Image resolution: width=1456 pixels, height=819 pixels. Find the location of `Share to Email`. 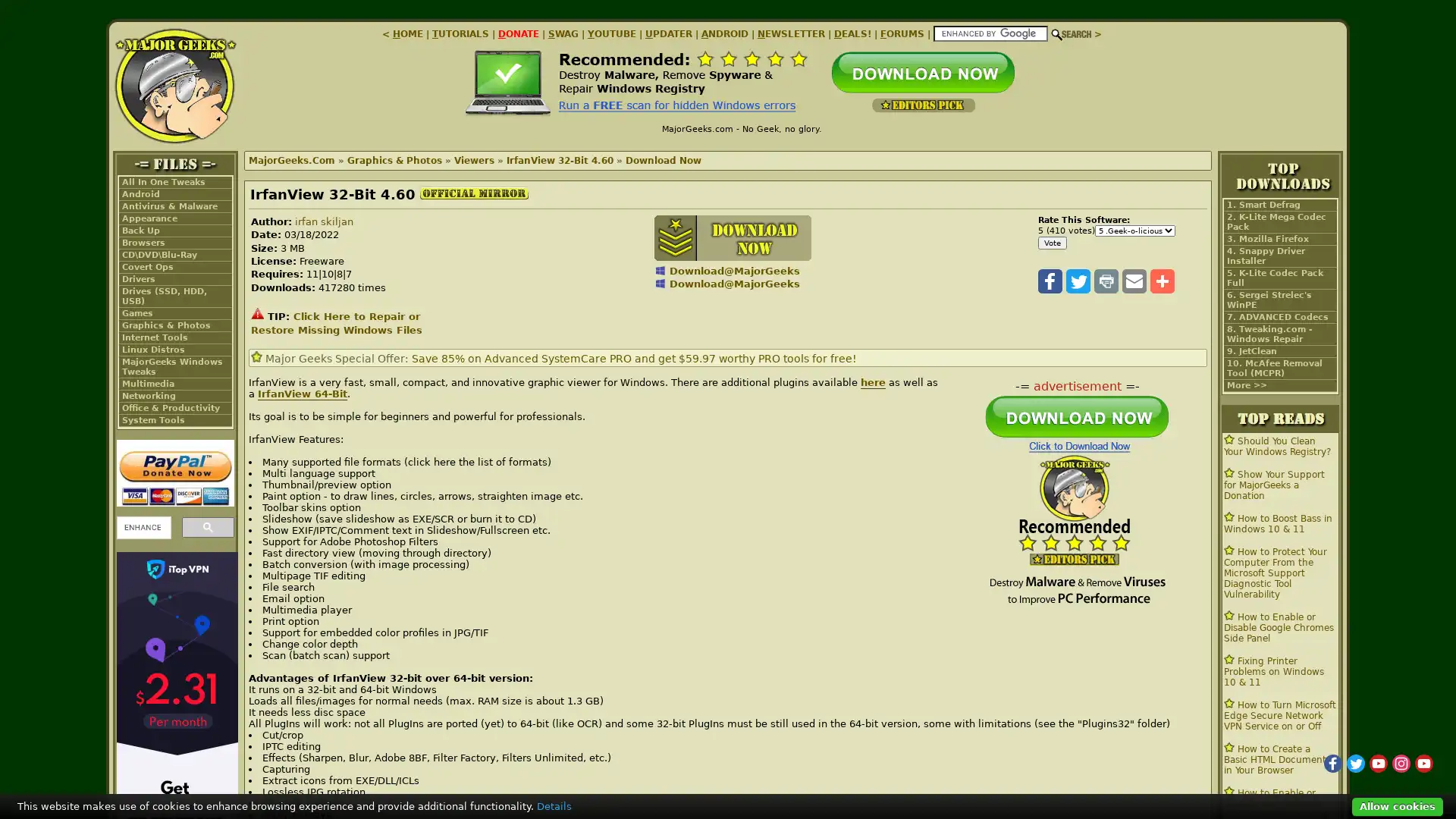

Share to Email is located at coordinates (1134, 281).